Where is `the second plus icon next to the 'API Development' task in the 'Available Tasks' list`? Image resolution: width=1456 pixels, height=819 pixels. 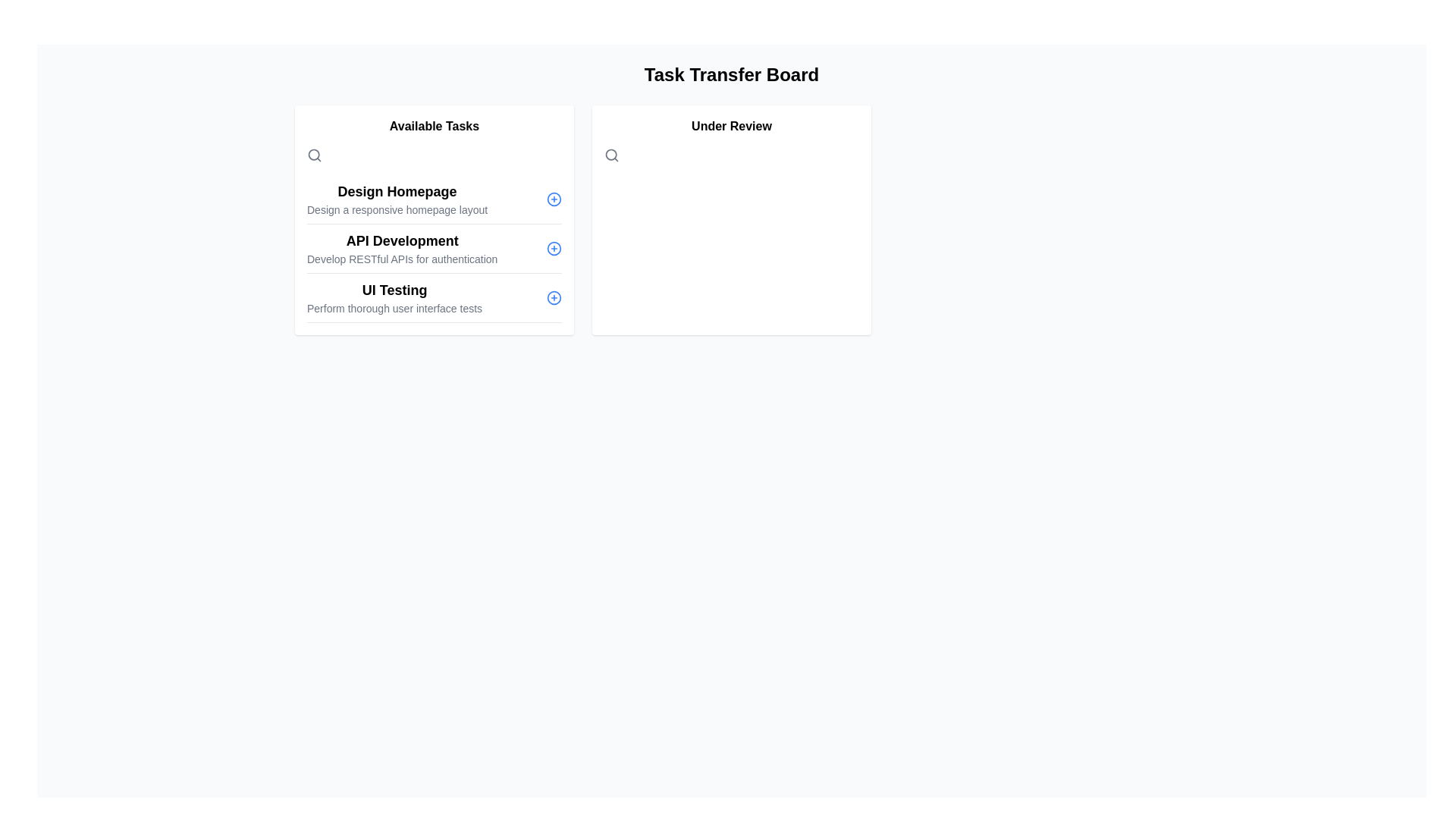 the second plus icon next to the 'API Development' task in the 'Available Tasks' list is located at coordinates (553, 247).